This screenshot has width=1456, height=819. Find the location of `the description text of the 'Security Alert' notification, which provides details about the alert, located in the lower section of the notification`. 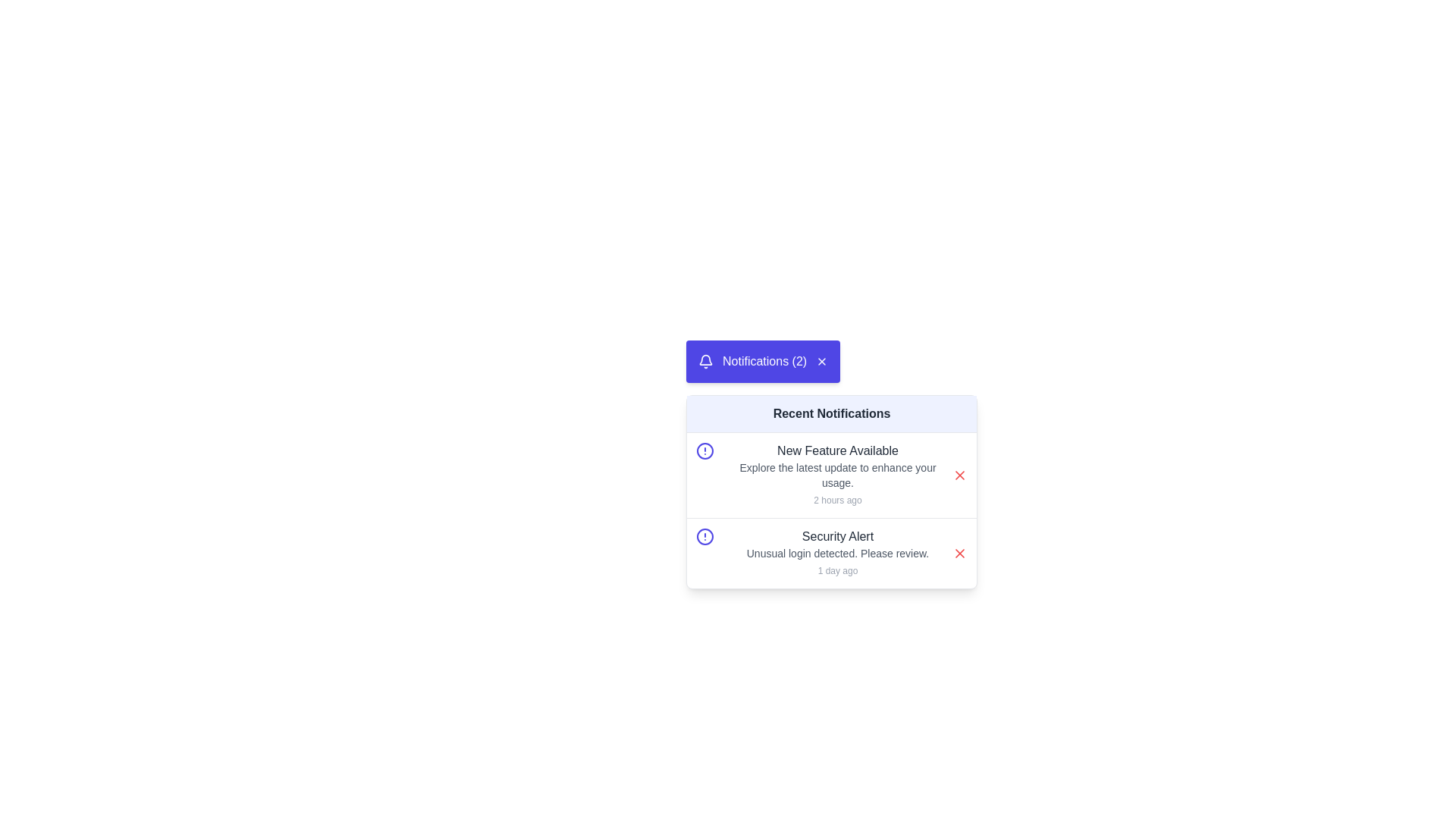

the description text of the 'Security Alert' notification, which provides details about the alert, located in the lower section of the notification is located at coordinates (836, 553).